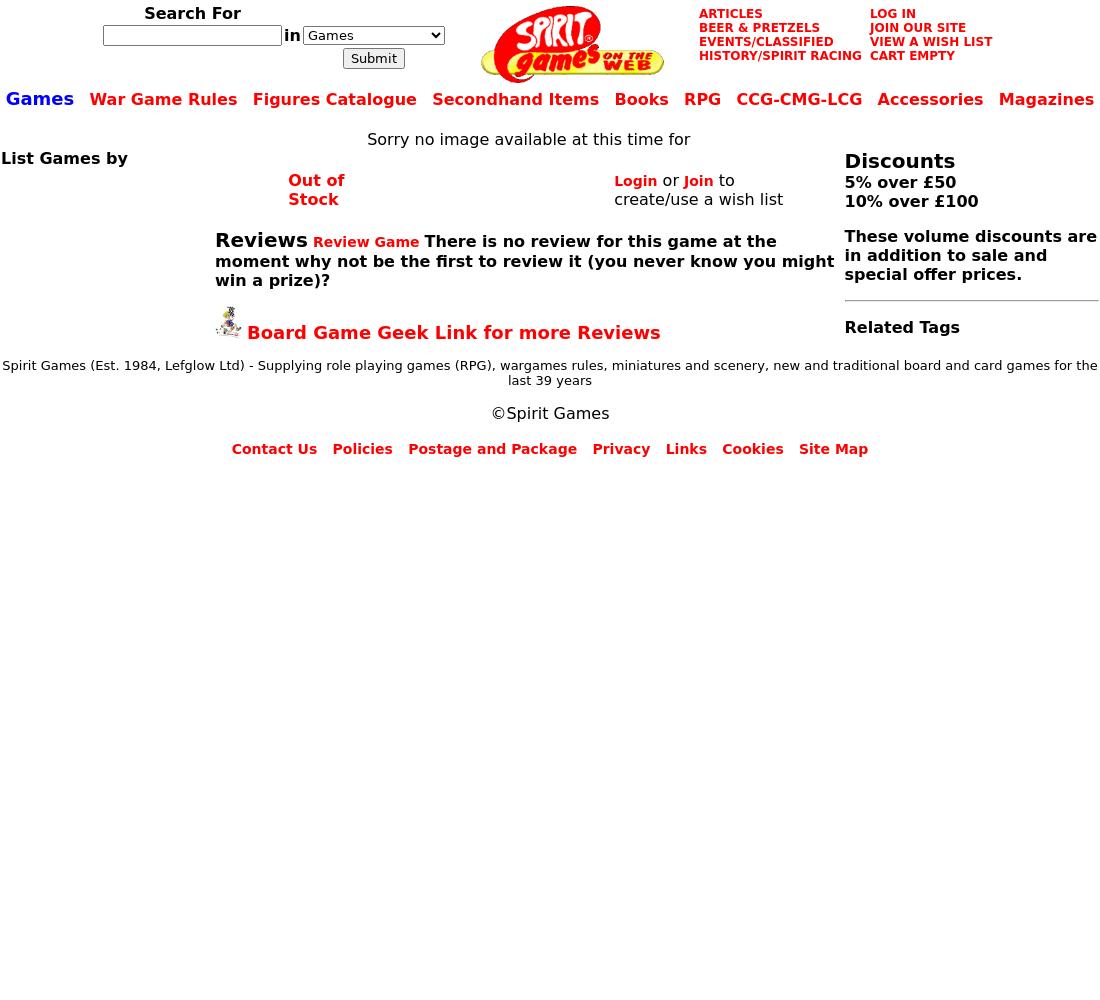 Image resolution: width=1100 pixels, height=1000 pixels. I want to click on 'Login', so click(635, 180).